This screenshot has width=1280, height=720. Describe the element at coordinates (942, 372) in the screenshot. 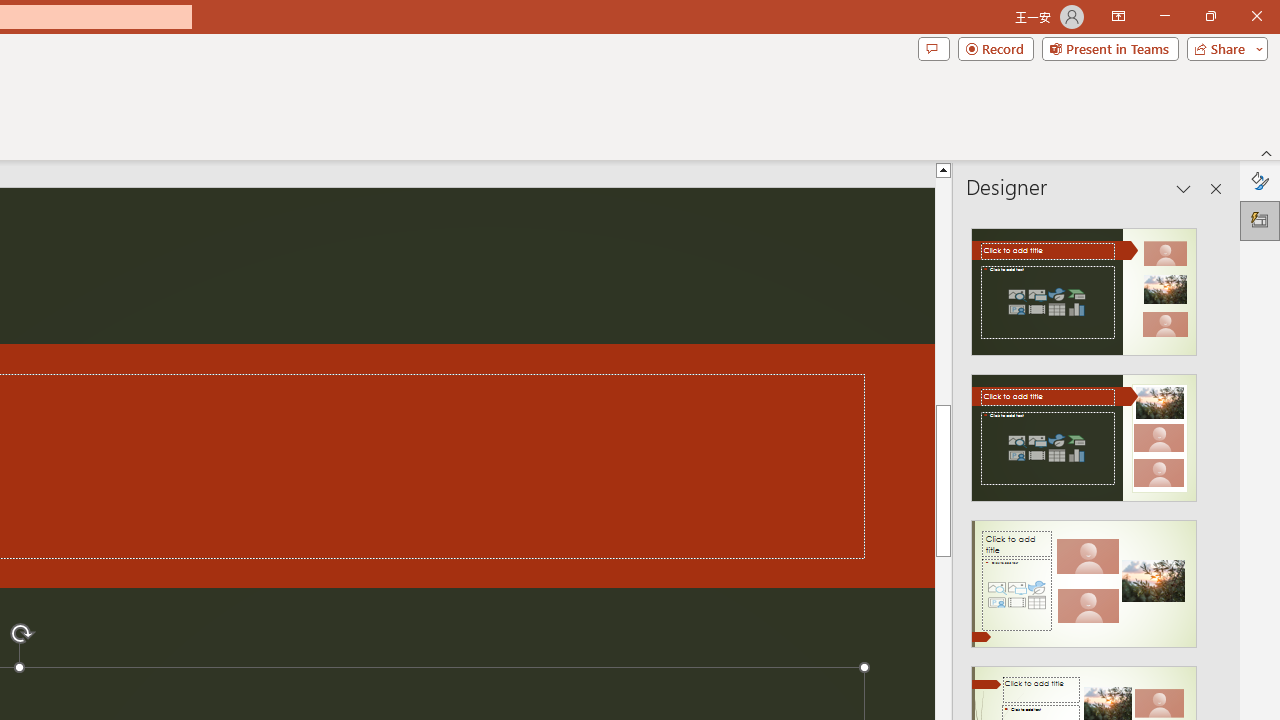

I see `'Page up'` at that location.